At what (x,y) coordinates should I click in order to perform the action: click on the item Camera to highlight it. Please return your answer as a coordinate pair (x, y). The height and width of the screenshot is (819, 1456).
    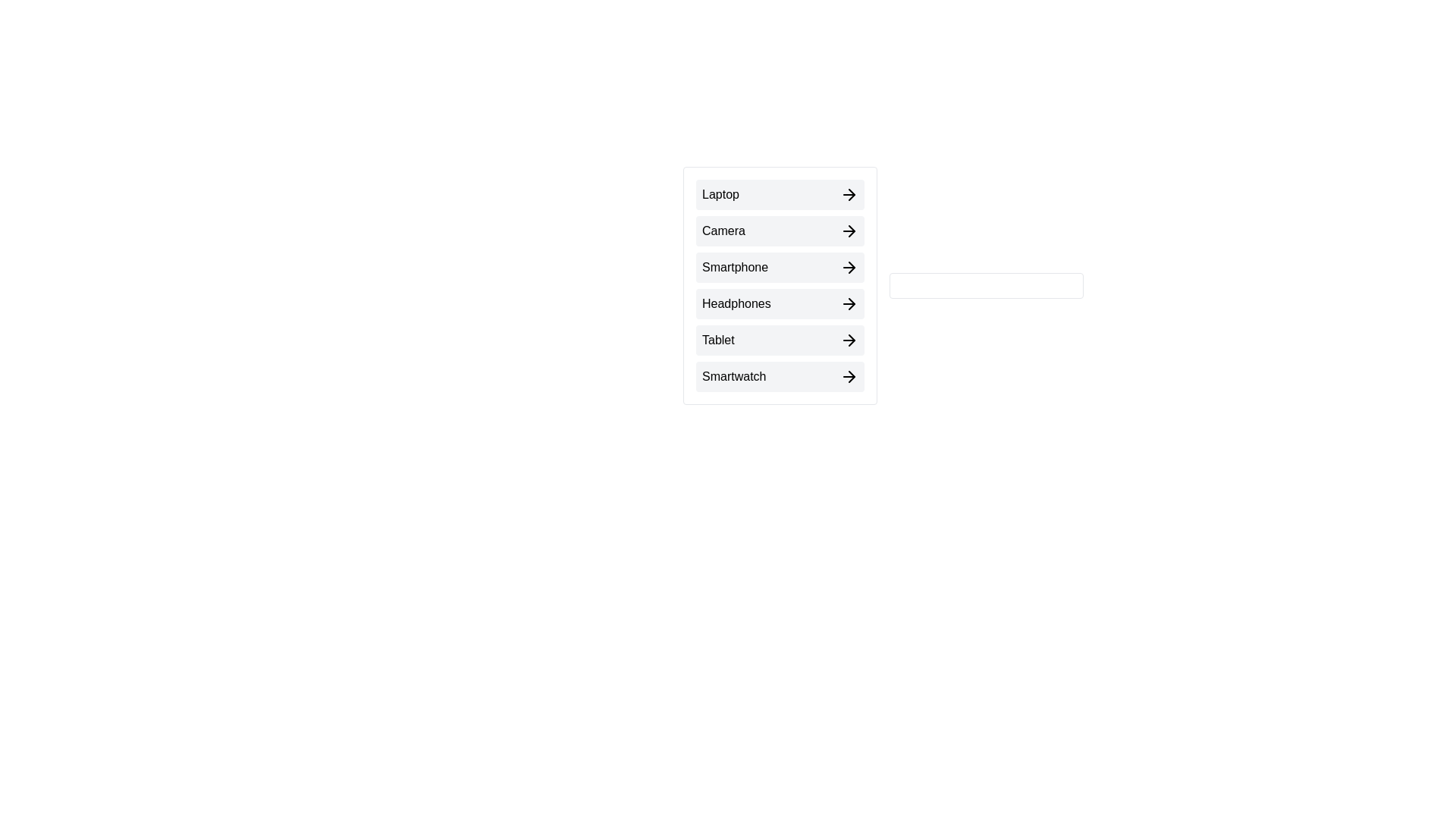
    Looking at the image, I should click on (780, 231).